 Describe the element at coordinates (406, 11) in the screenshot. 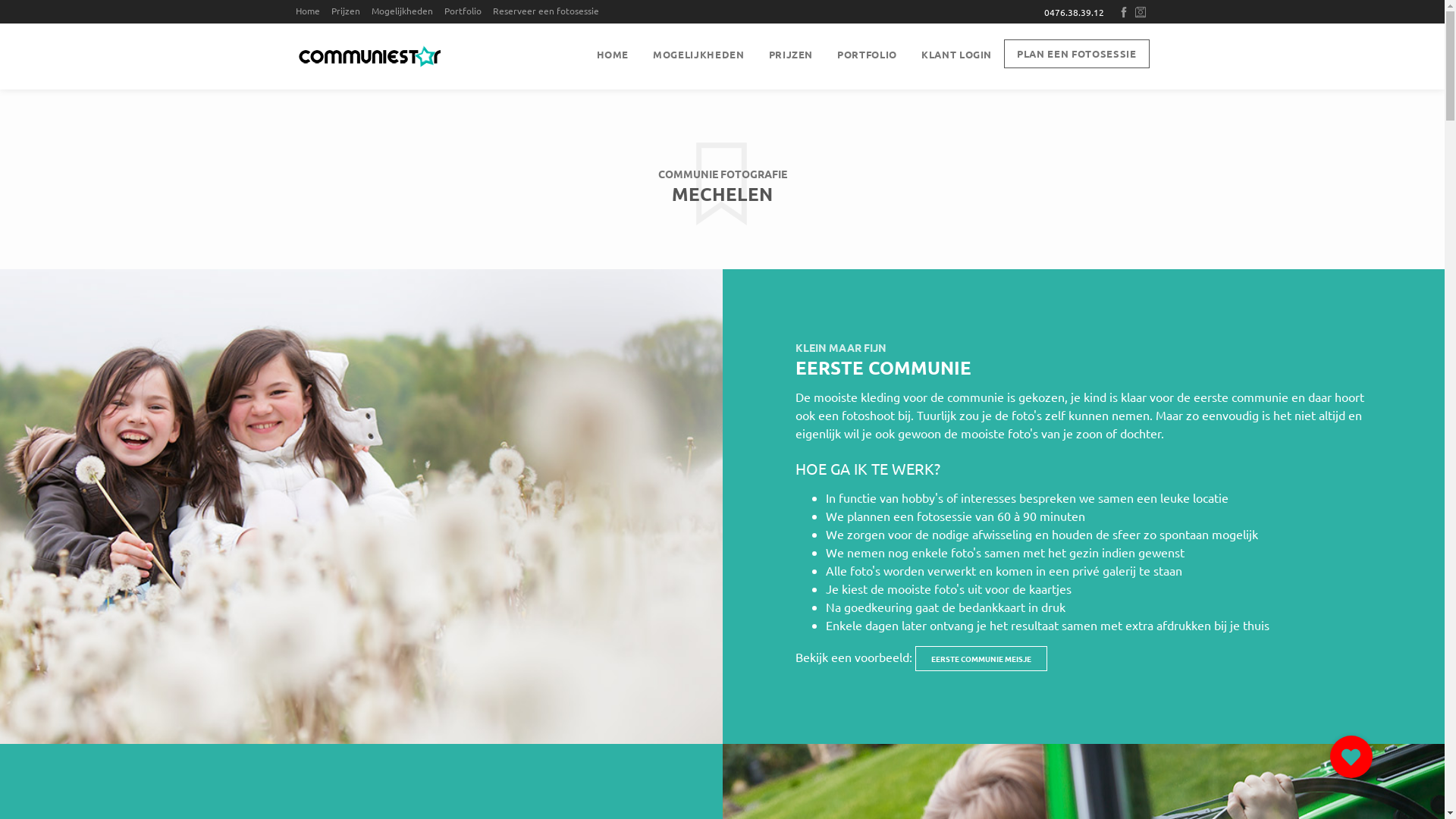

I see `'Mogelijkheden'` at that location.